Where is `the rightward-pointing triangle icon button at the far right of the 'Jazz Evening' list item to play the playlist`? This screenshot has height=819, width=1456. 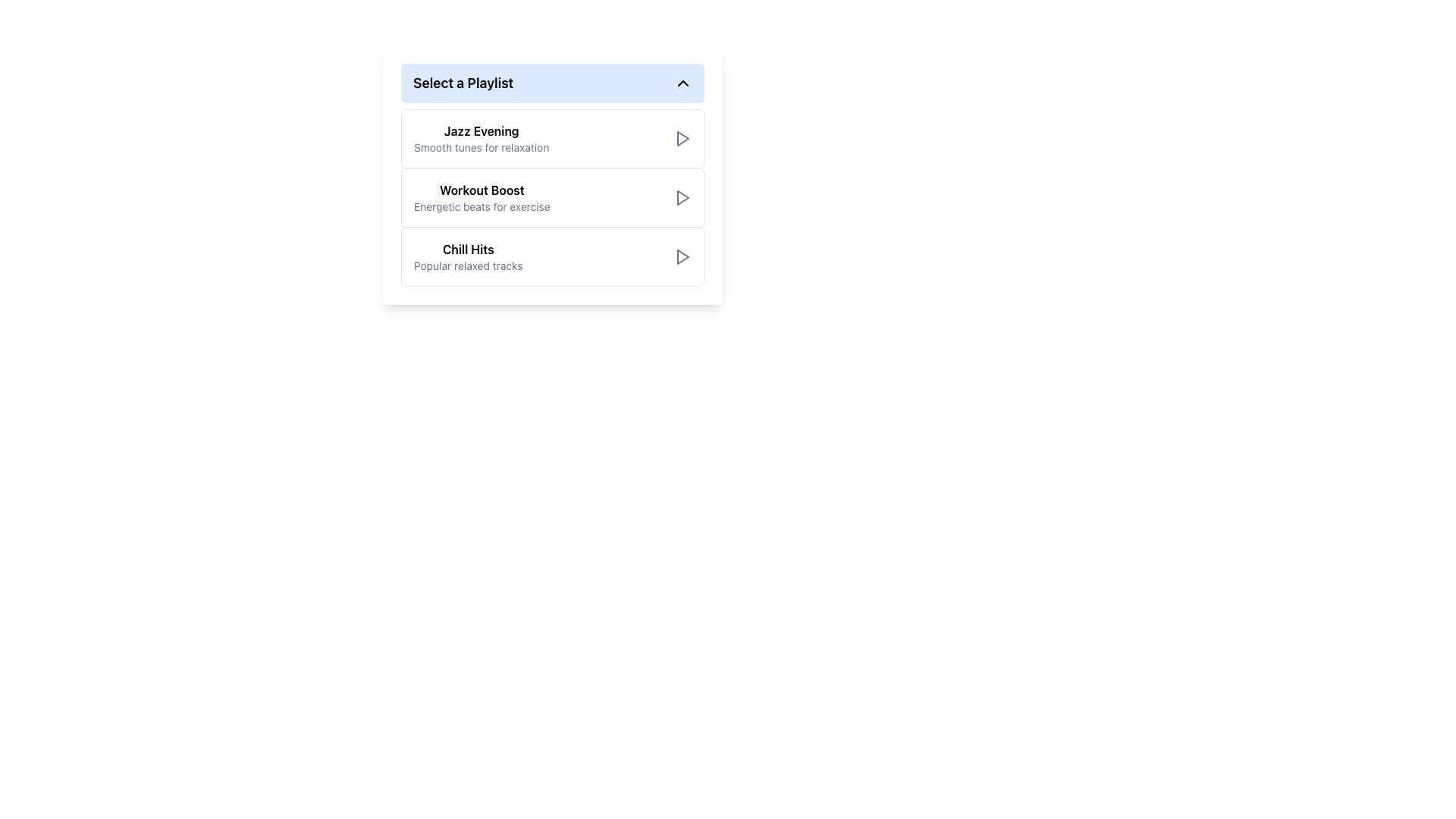
the rightward-pointing triangle icon button at the far right of the 'Jazz Evening' list item to play the playlist is located at coordinates (682, 138).